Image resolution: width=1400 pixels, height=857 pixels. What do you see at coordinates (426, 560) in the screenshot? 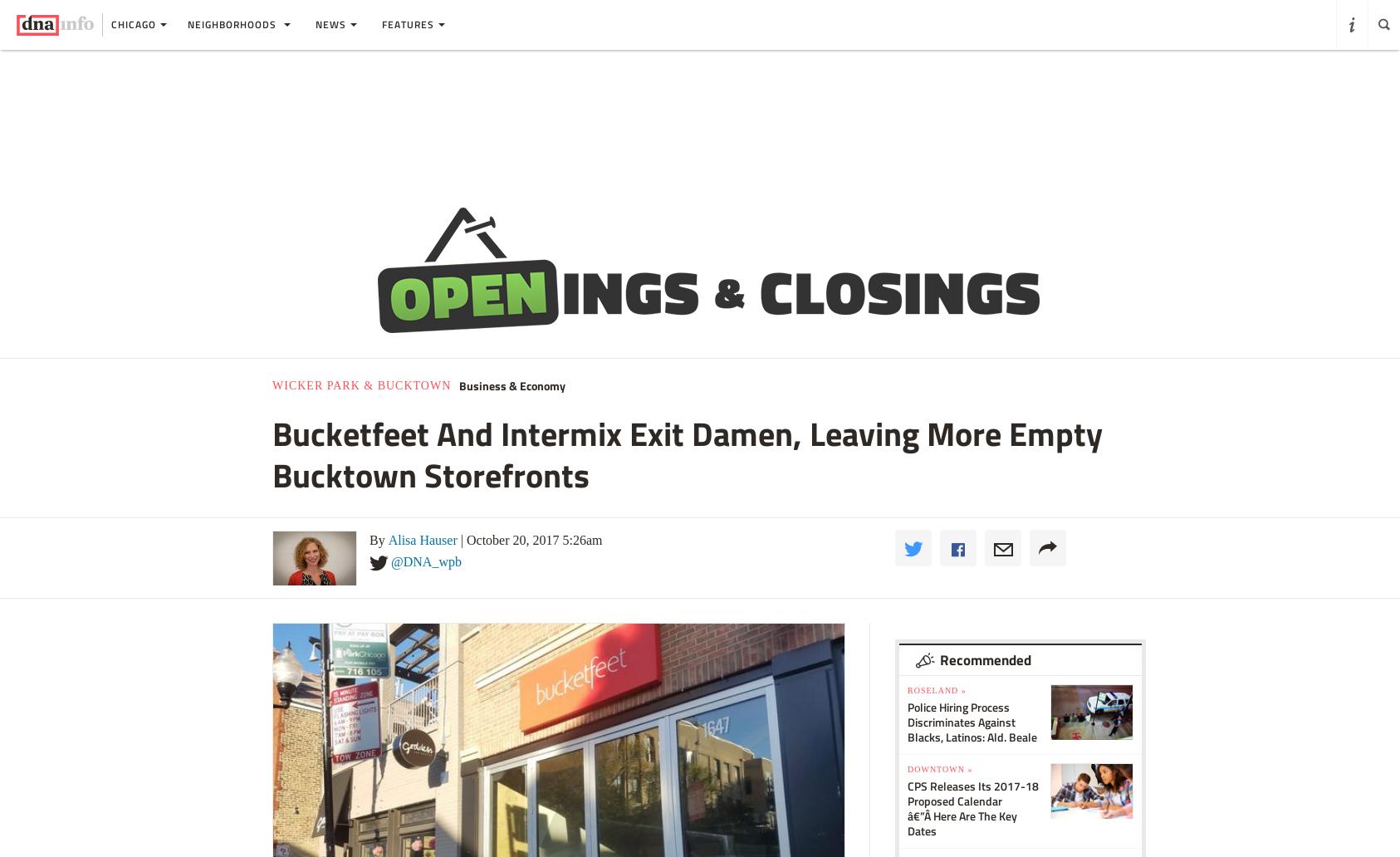
I see `'@DNA_wpb'` at bounding box center [426, 560].